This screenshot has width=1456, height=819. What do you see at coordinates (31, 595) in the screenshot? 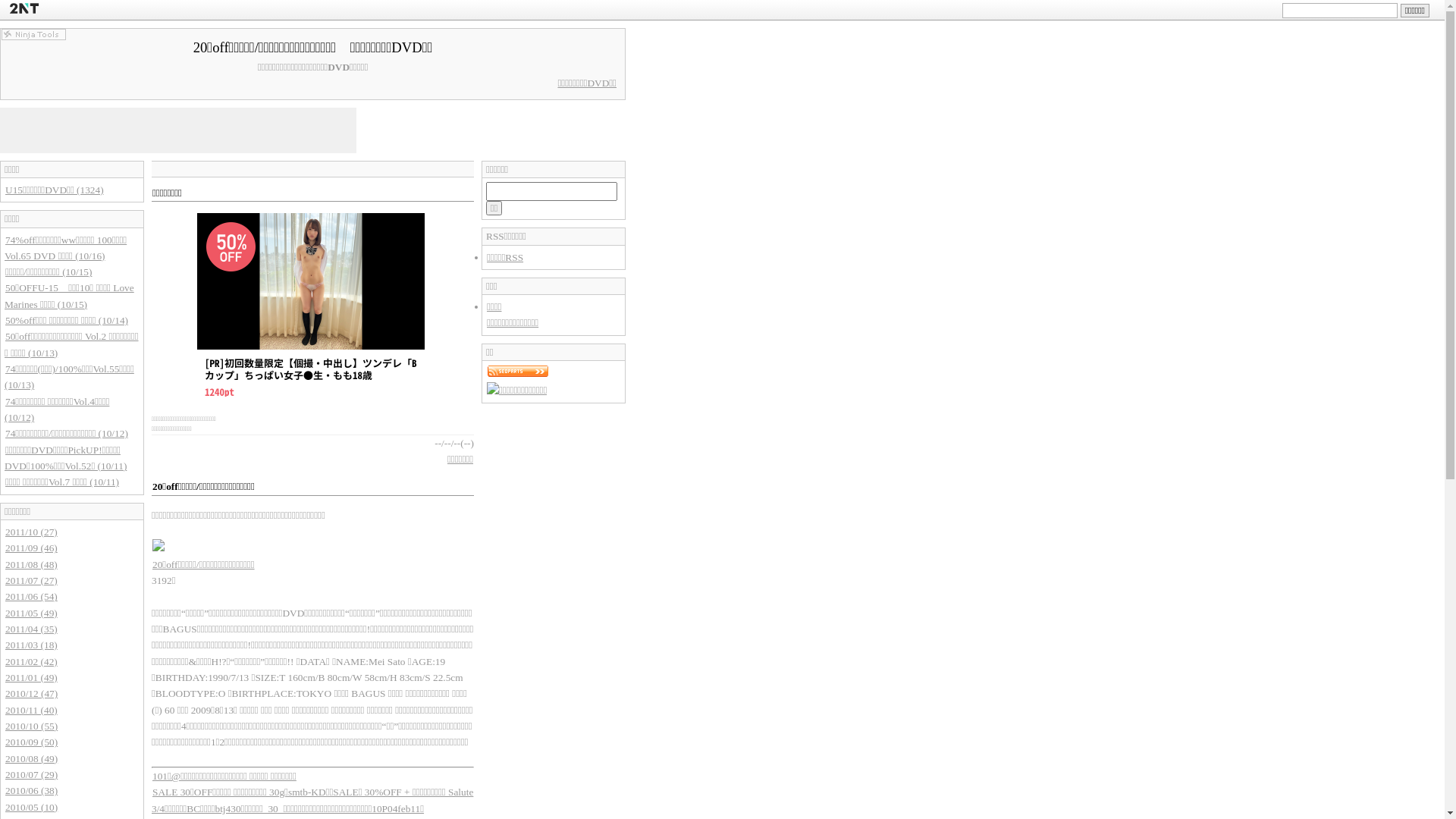
I see `'2011/06 (54)'` at bounding box center [31, 595].